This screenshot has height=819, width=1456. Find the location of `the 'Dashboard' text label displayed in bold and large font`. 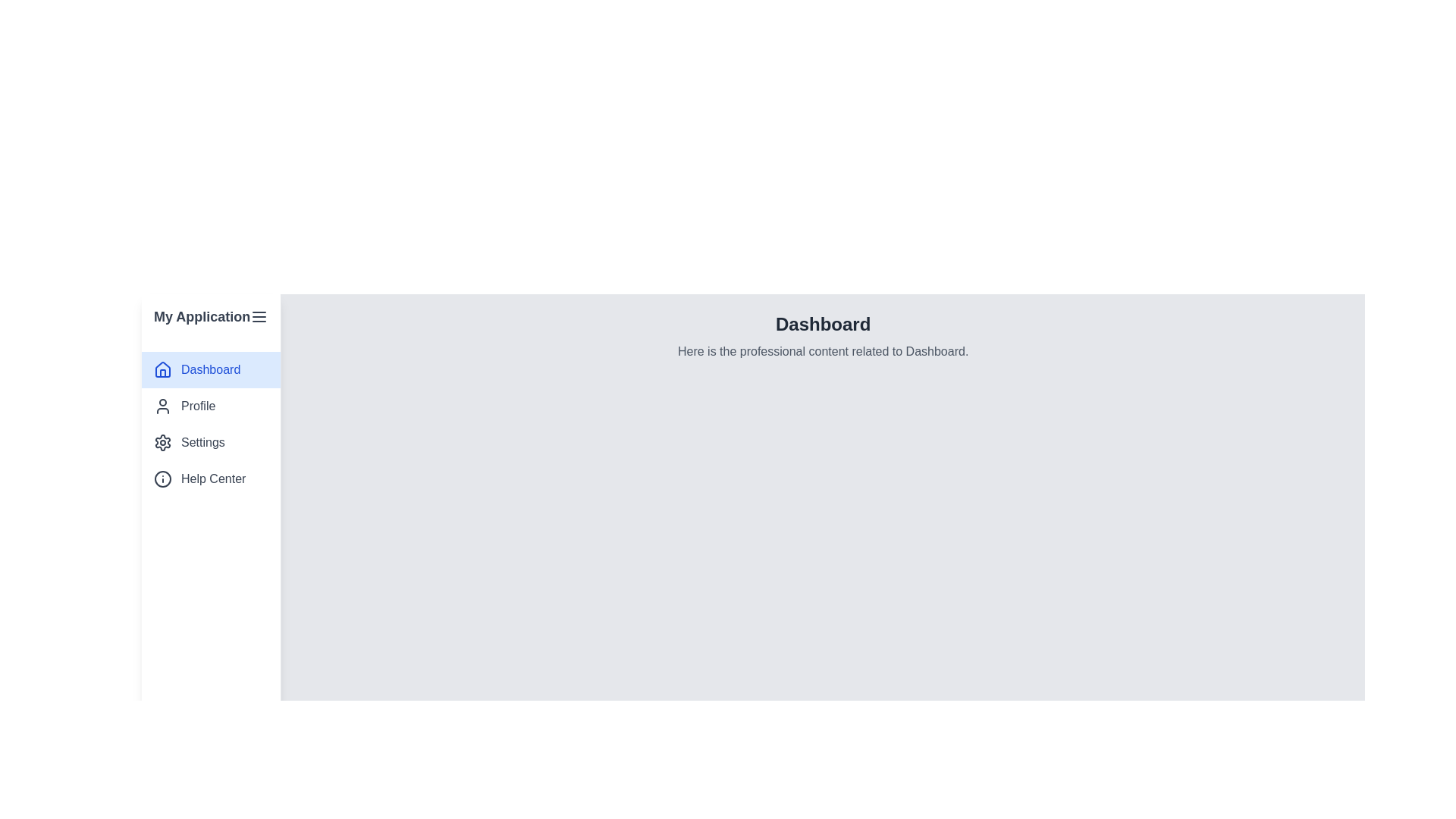

the 'Dashboard' text label displayed in bold and large font is located at coordinates (822, 324).